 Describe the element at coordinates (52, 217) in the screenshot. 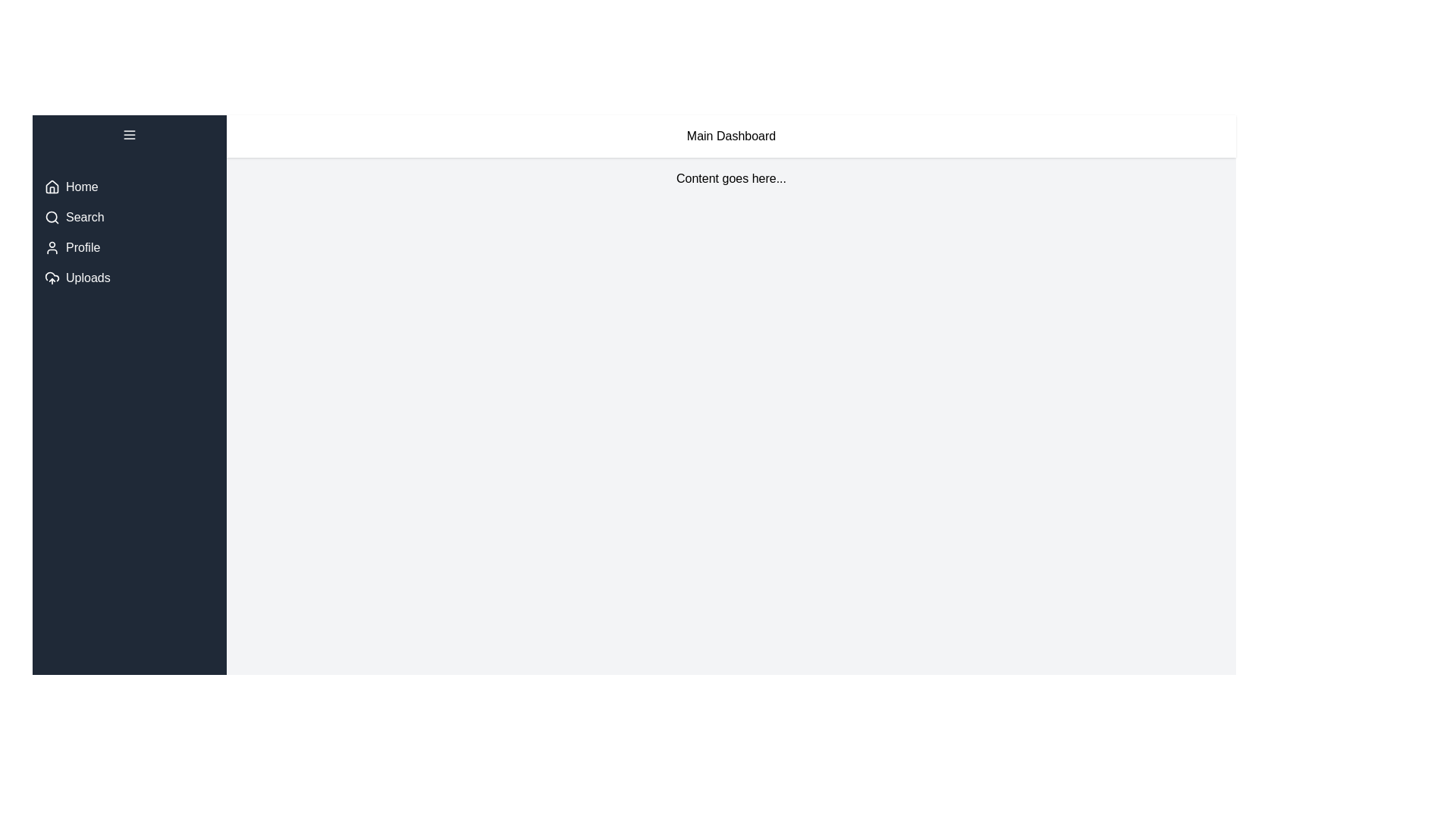

I see `the styling of the magnifying glass icon located in the vertical navigation menu labeled 'Search'` at that location.